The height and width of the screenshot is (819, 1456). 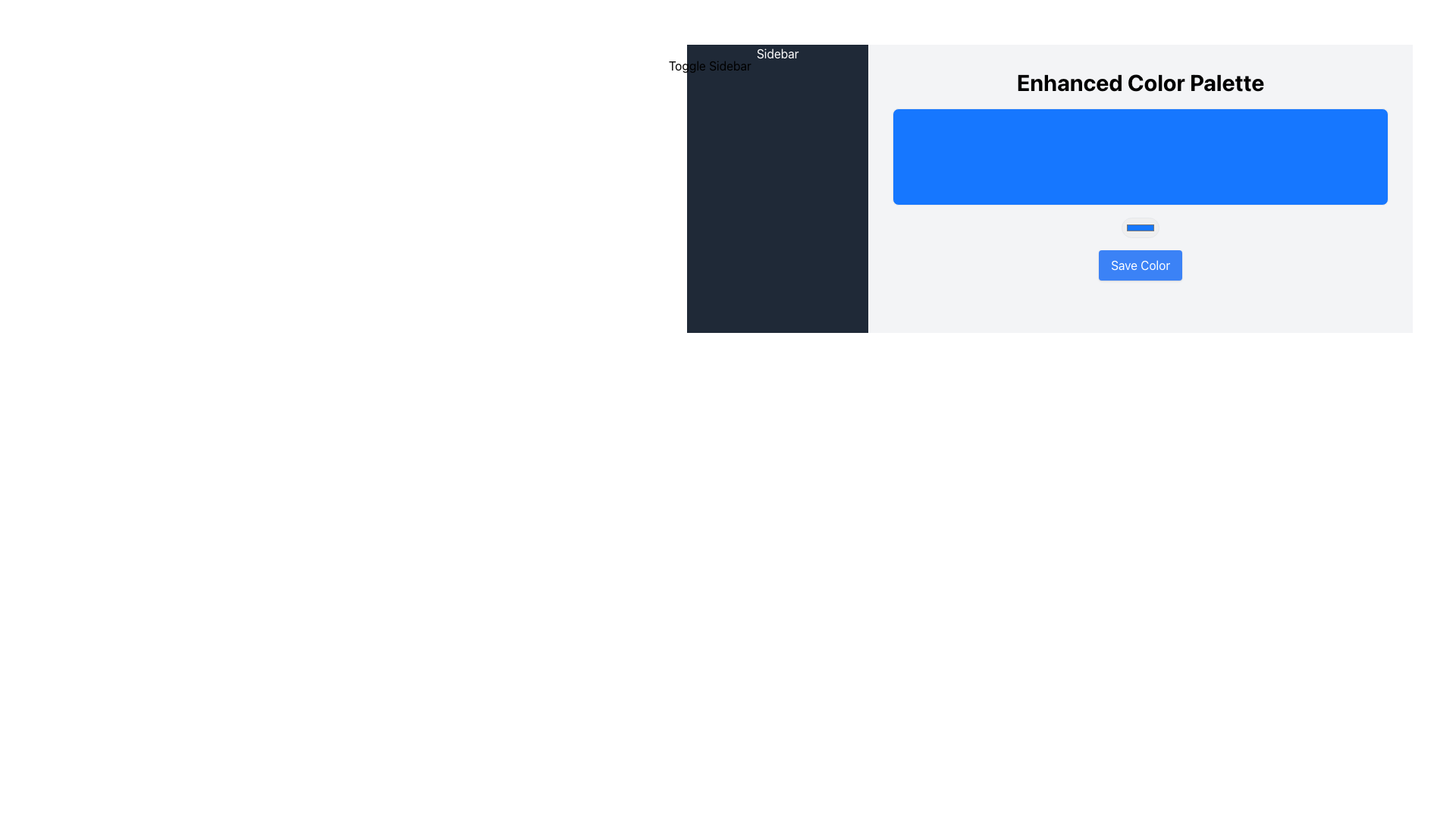 I want to click on the 'Save Color' button, which is a rectangular button with rounded corners, blue background, and white text, located in the lower section of the layout, so click(x=1141, y=265).